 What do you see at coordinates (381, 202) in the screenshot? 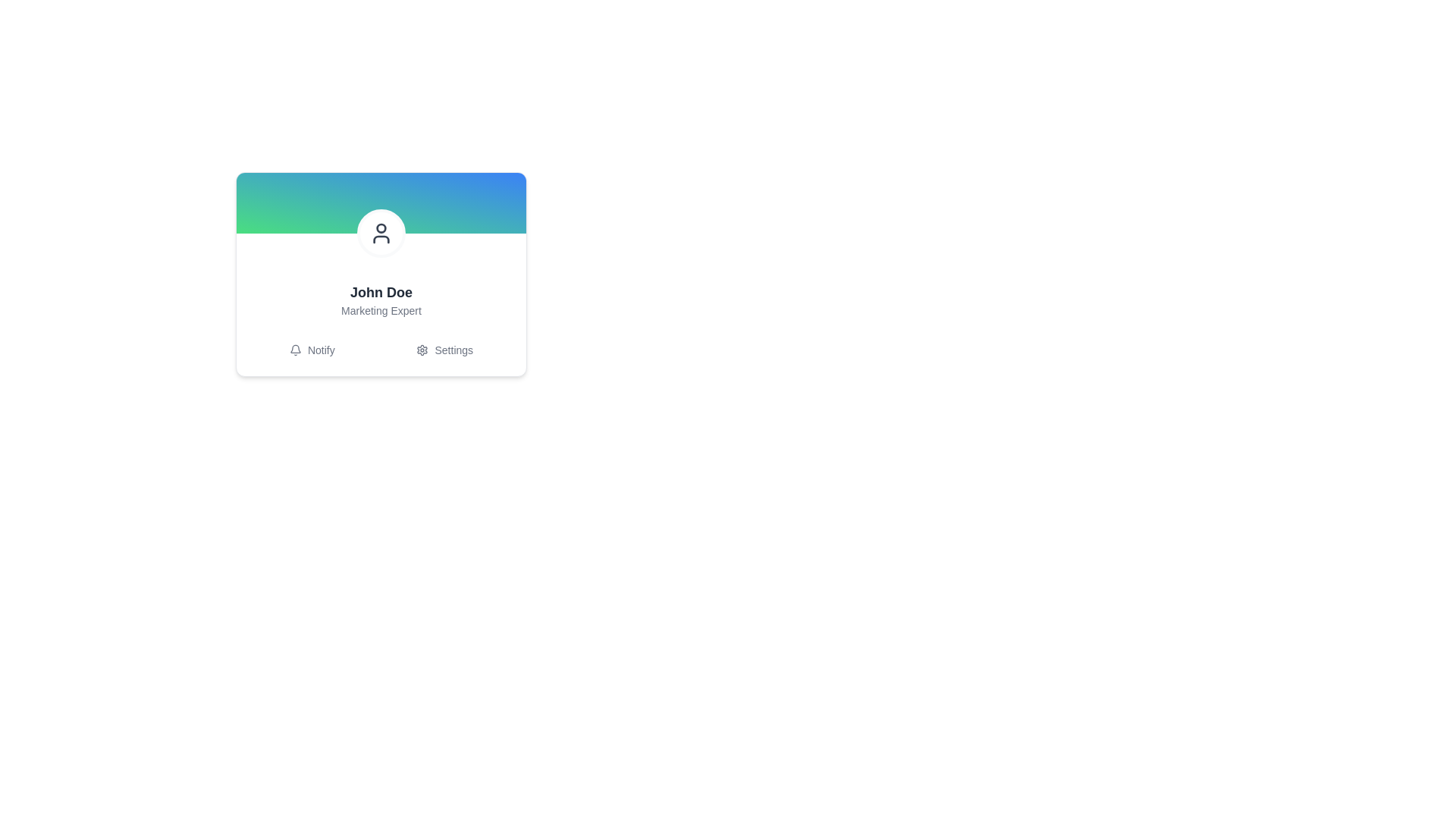
I see `the Decorative banner located at the top of the card, which features a vibrant gradient background transitioning from green to blue and partially overlaps the user avatar icon` at bounding box center [381, 202].